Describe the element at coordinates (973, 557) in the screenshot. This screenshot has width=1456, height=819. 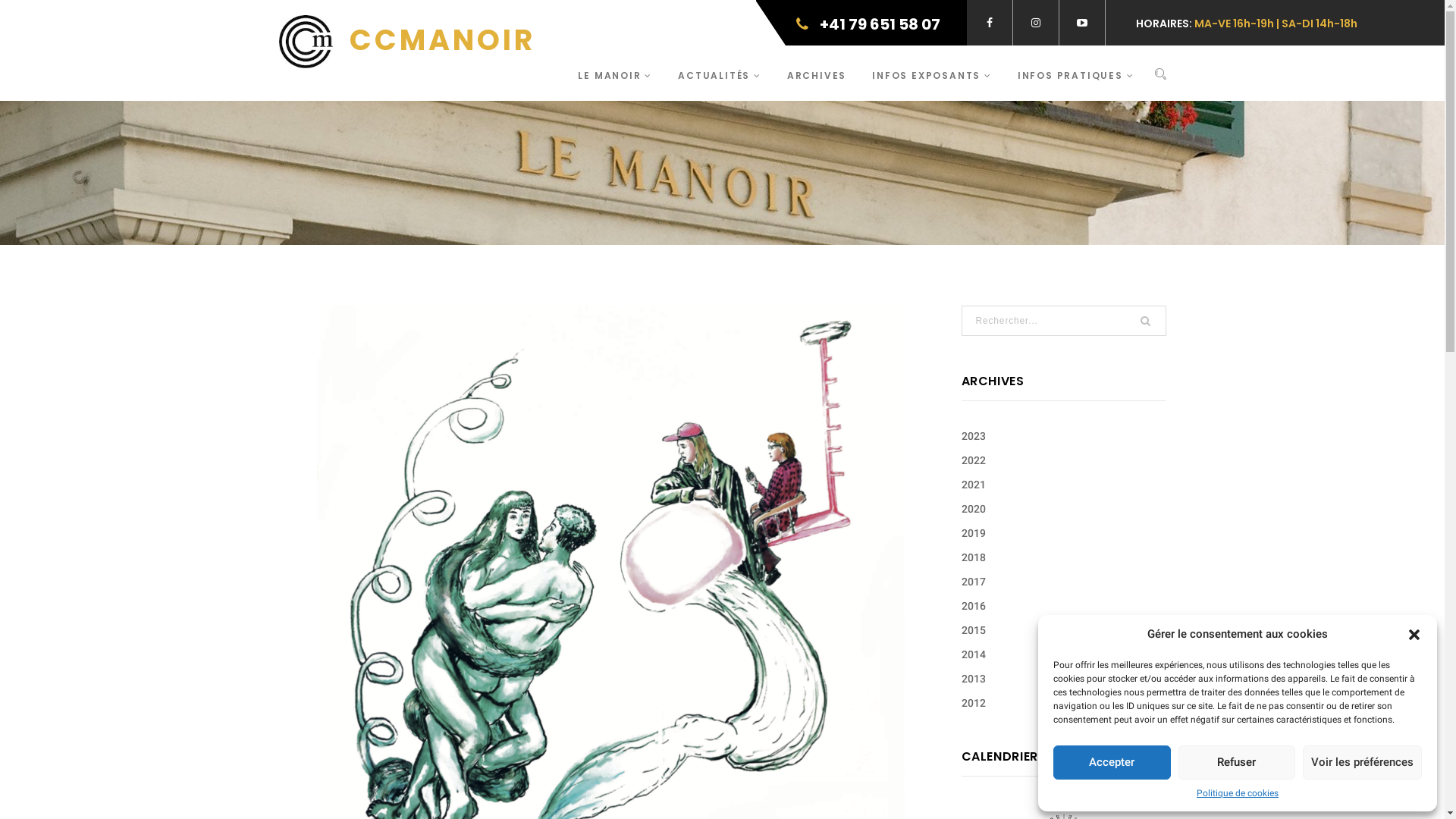
I see `'2018'` at that location.